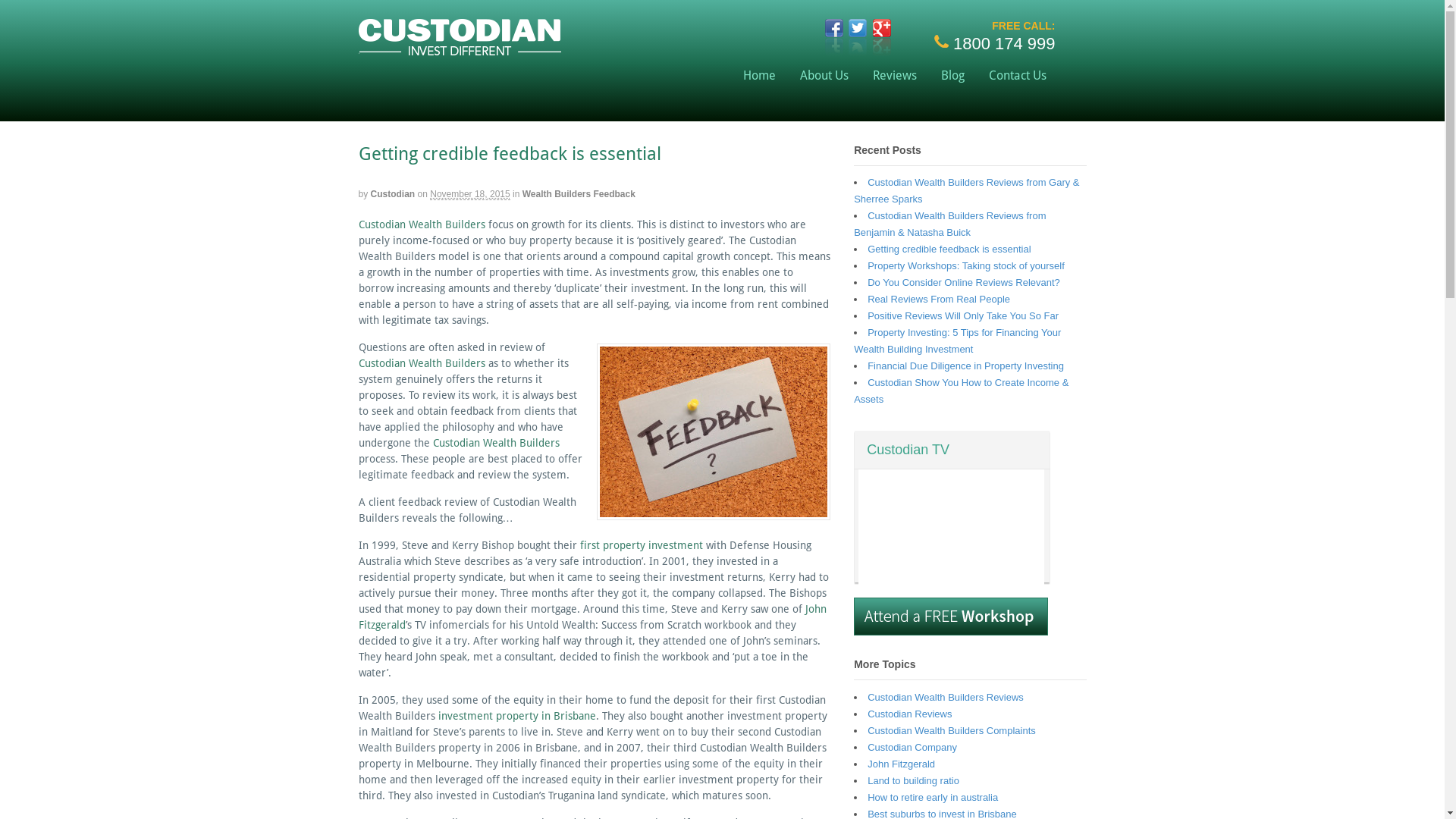 The height and width of the screenshot is (819, 1456). What do you see at coordinates (931, 796) in the screenshot?
I see `'How to retire early in australia'` at bounding box center [931, 796].